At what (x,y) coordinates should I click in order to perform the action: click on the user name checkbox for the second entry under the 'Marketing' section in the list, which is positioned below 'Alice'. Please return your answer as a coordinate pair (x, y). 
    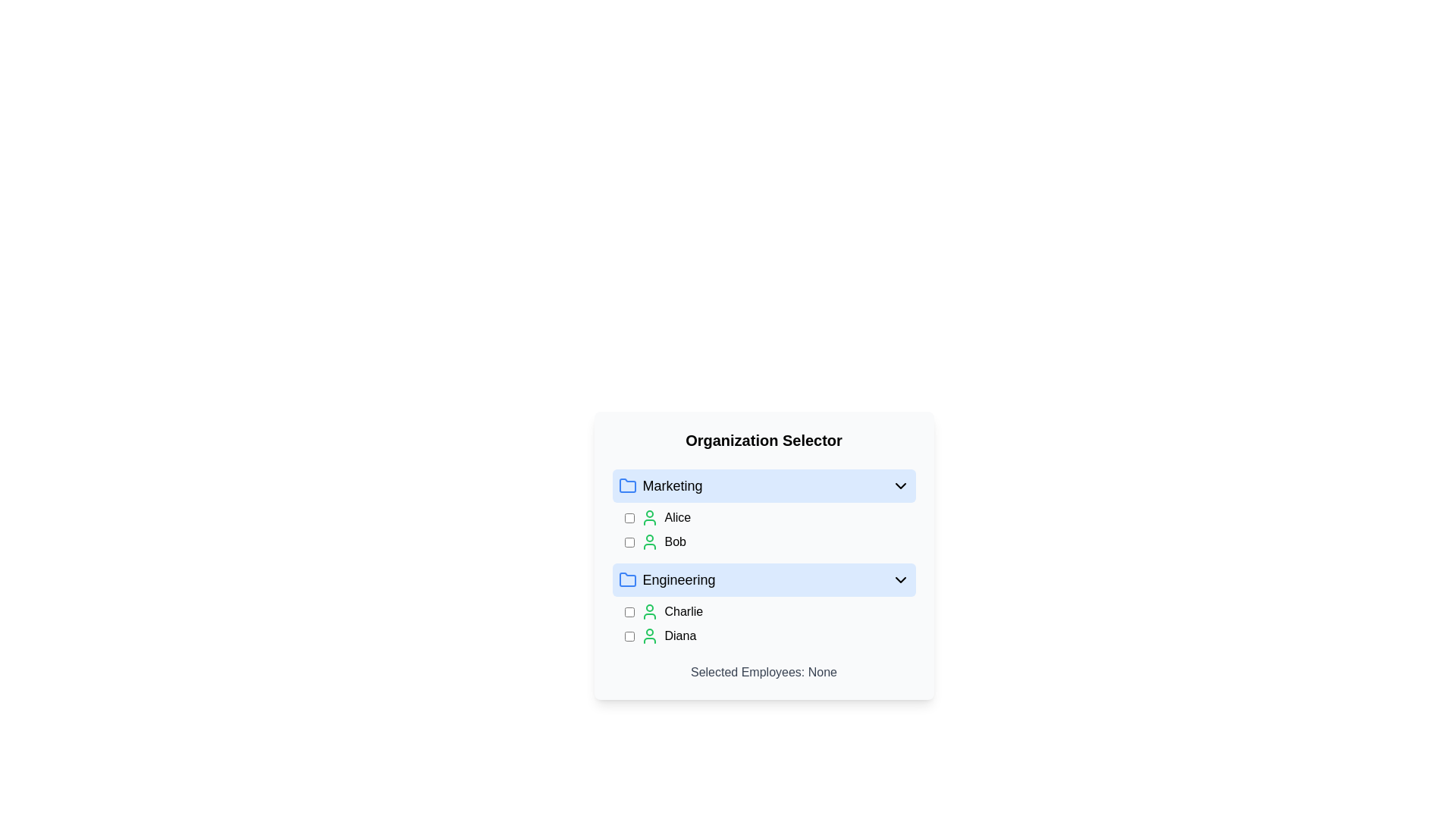
    Looking at the image, I should click on (770, 541).